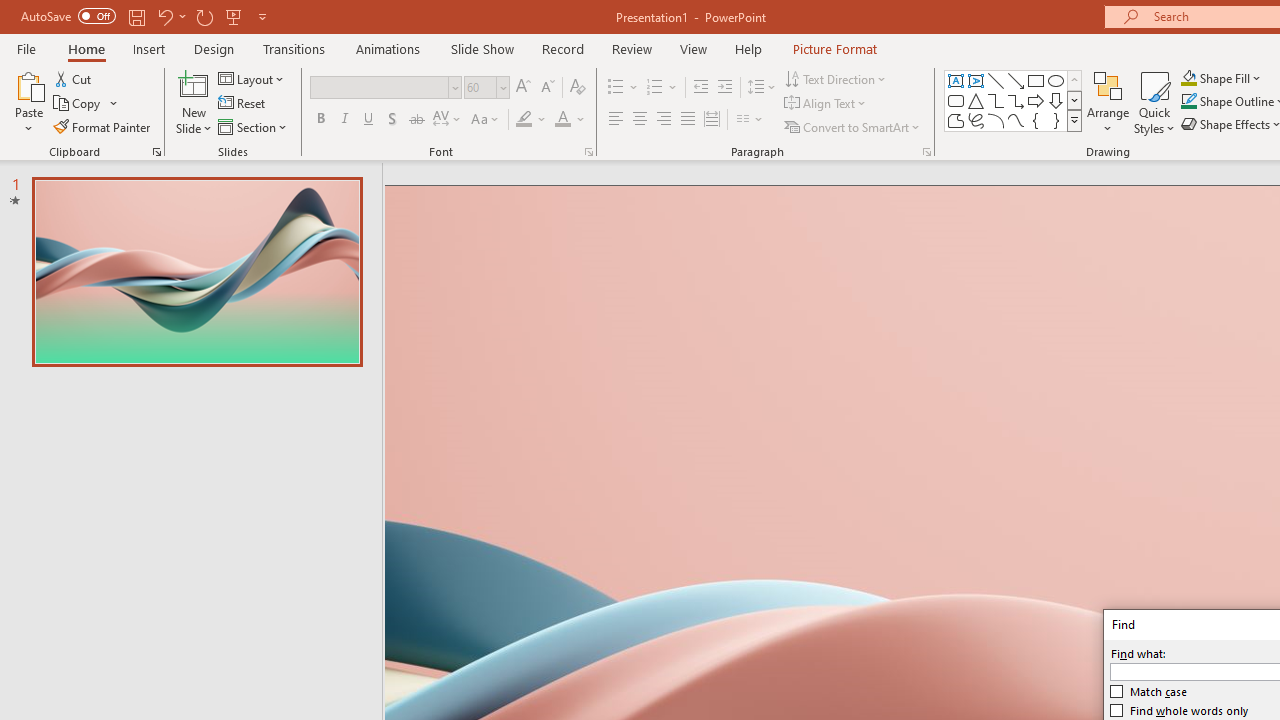 The width and height of the screenshot is (1280, 720). I want to click on 'Section', so click(253, 127).